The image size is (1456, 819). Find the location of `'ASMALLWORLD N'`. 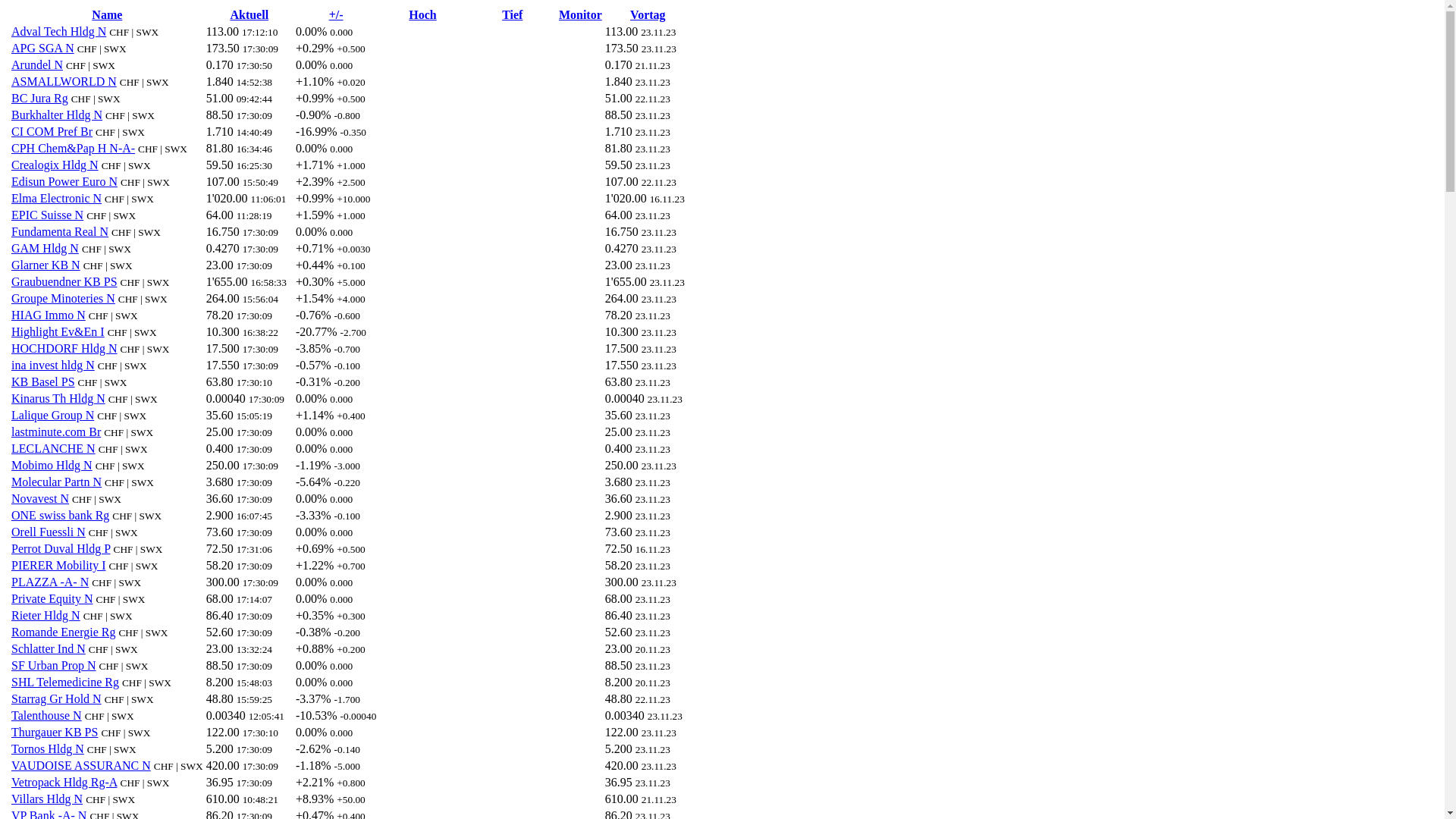

'ASMALLWORLD N' is located at coordinates (63, 81).